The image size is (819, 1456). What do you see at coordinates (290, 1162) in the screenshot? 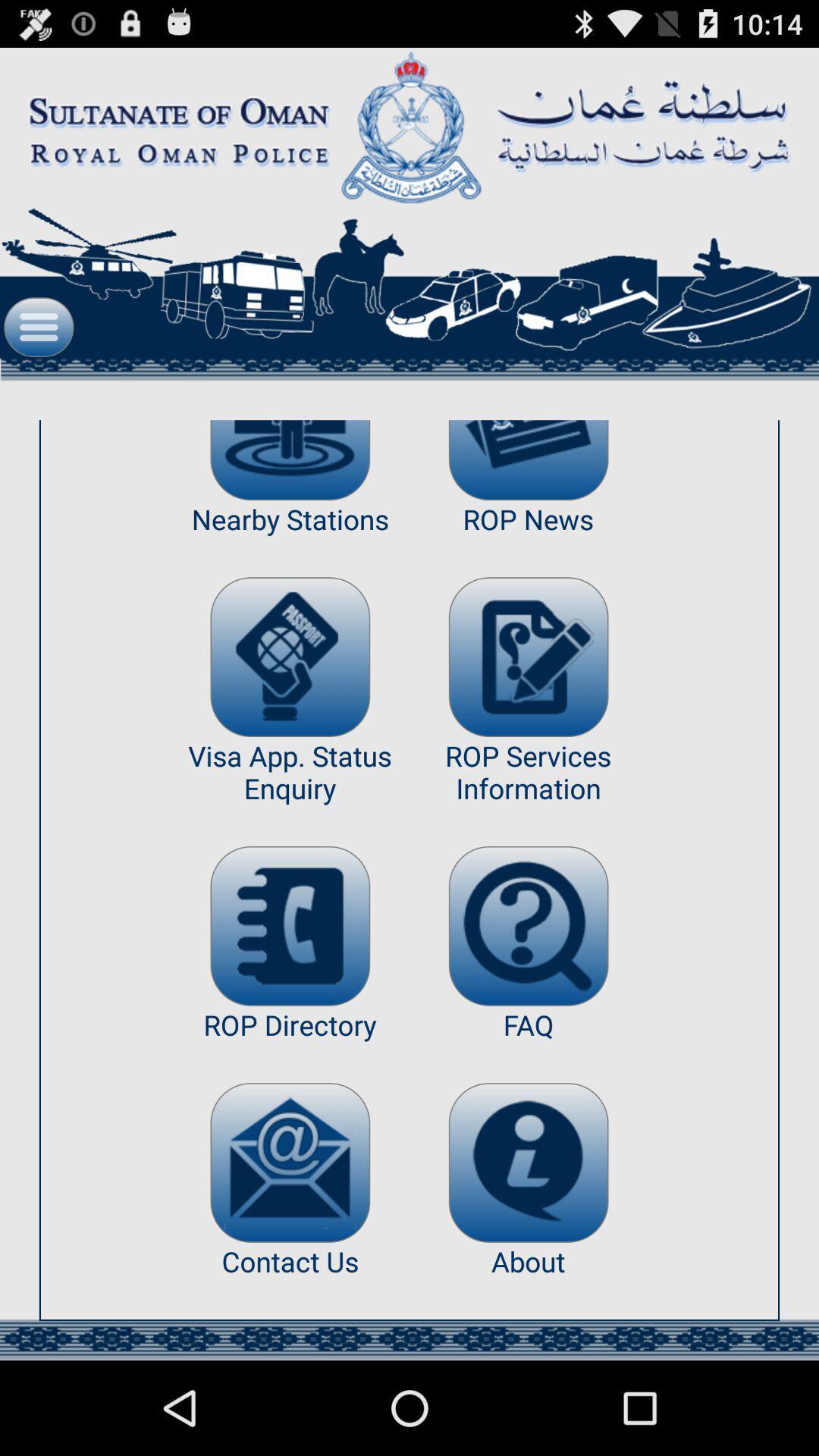
I see `app above contact us` at bounding box center [290, 1162].